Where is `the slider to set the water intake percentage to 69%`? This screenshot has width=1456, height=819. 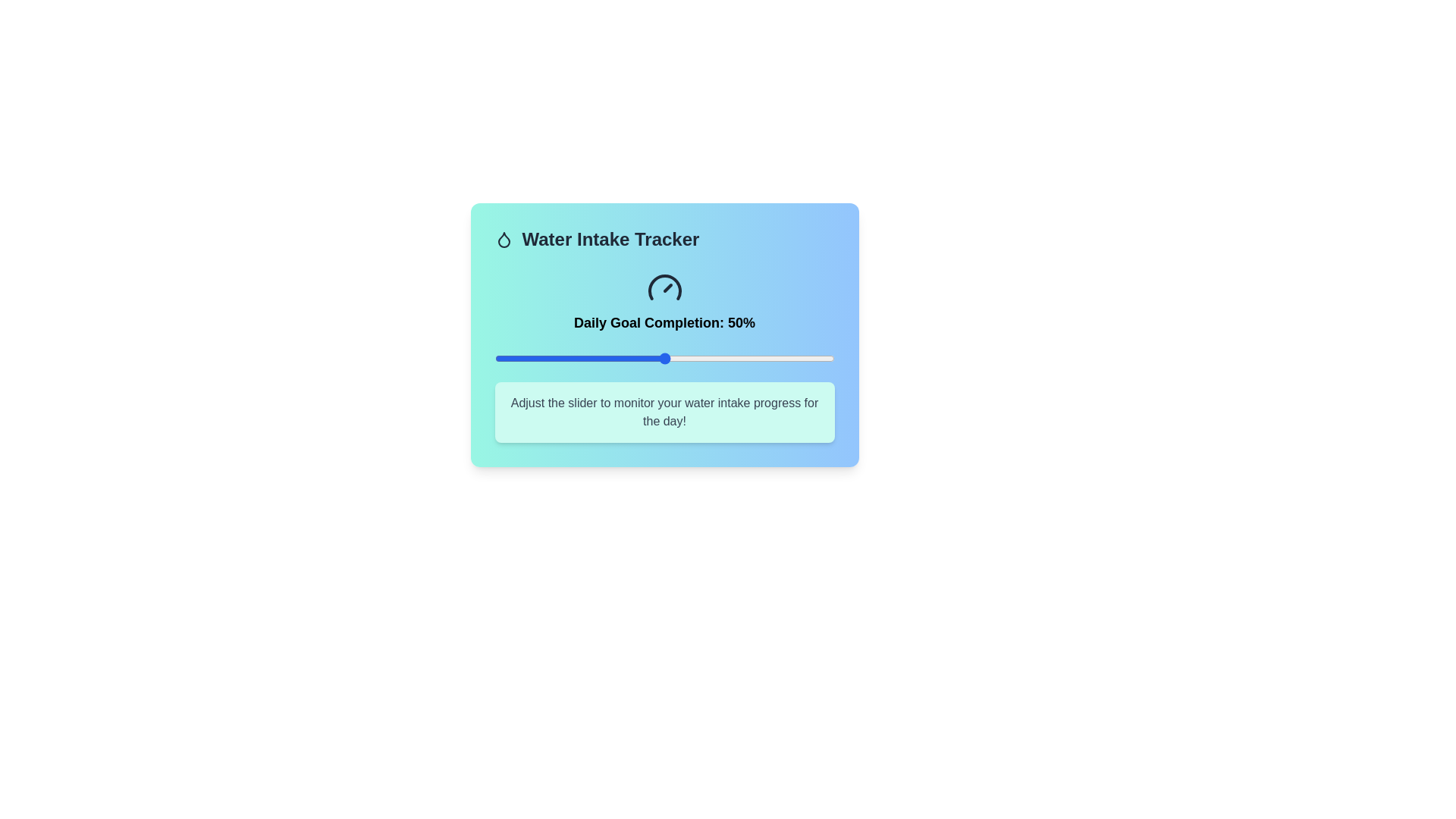
the slider to set the water intake percentage to 69% is located at coordinates (729, 359).